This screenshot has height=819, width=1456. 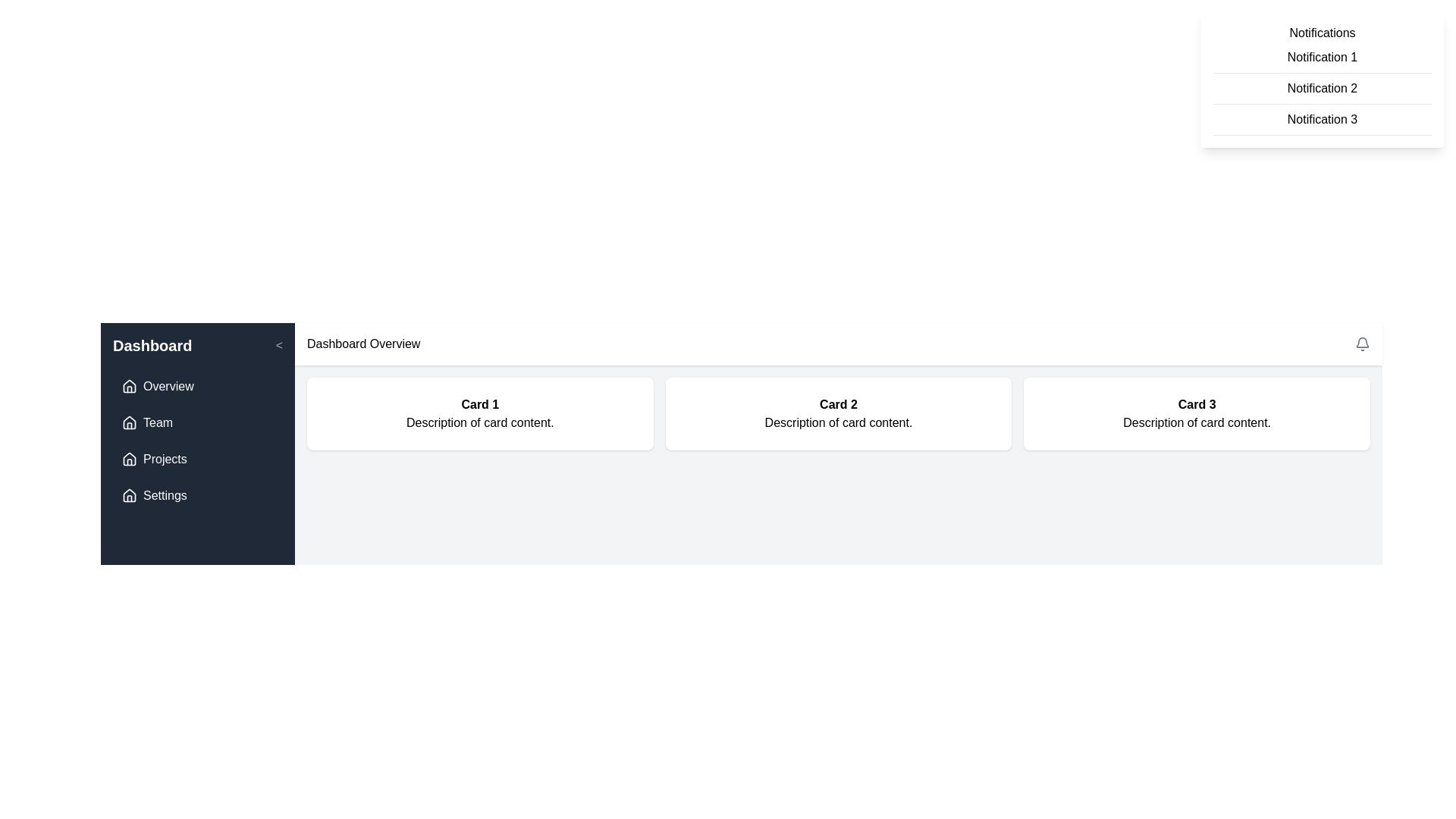 I want to click on the static text label that displays 'Dashboard Overview', which is prominently positioned in bold font within the header bar, aligned to the left, so click(x=362, y=344).